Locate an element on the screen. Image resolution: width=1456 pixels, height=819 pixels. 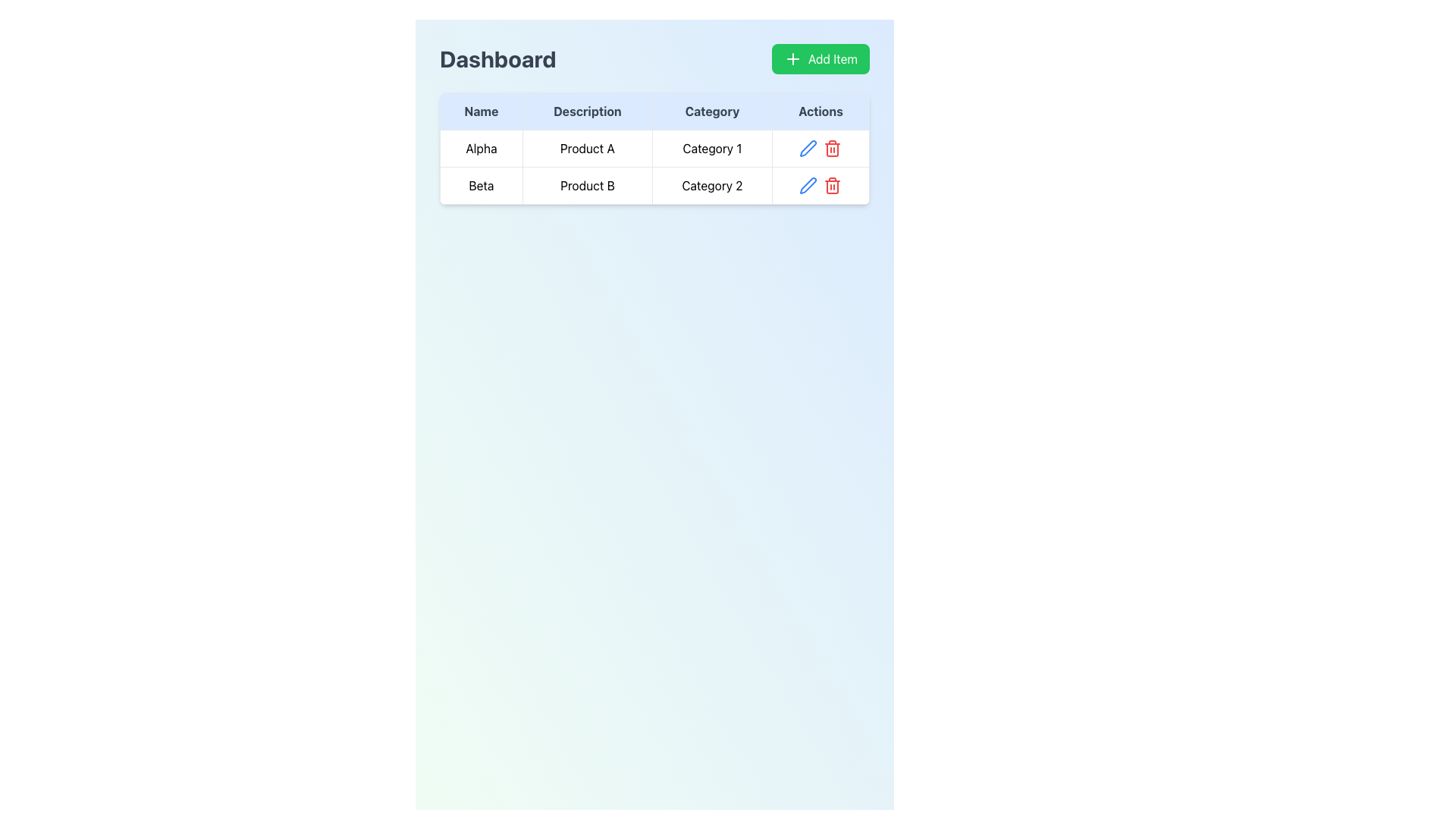
the fourth column header of the table, which serves as a visual label indicating actions like editing or deleting items is located at coordinates (820, 110).